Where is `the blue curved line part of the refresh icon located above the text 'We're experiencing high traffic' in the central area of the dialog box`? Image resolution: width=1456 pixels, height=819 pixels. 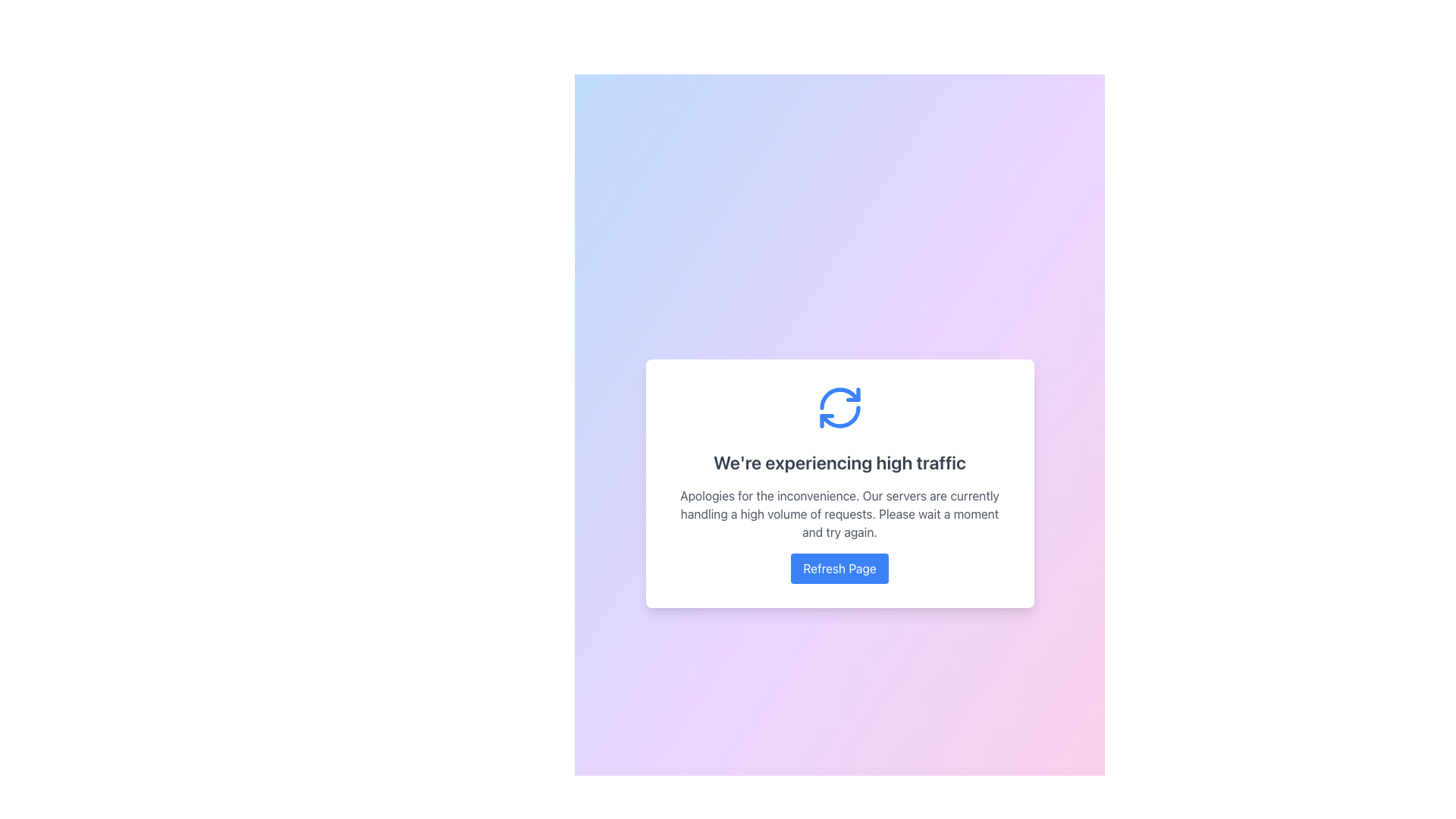 the blue curved line part of the refresh icon located above the text 'We're experiencing high traffic' in the central area of the dialog box is located at coordinates (839, 417).